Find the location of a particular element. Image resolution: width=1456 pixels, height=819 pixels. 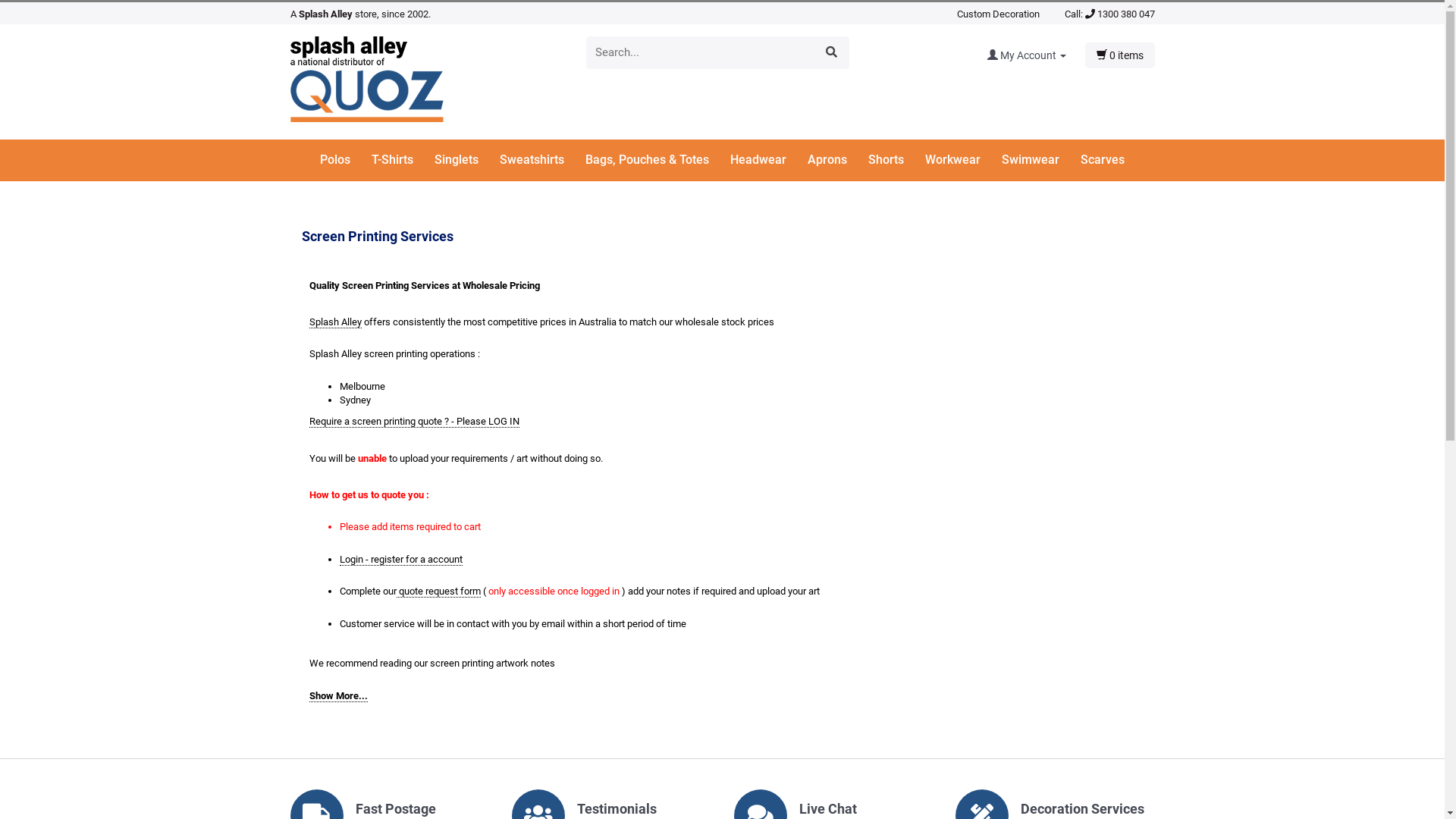

'Sweatshirts' is located at coordinates (541, 160).